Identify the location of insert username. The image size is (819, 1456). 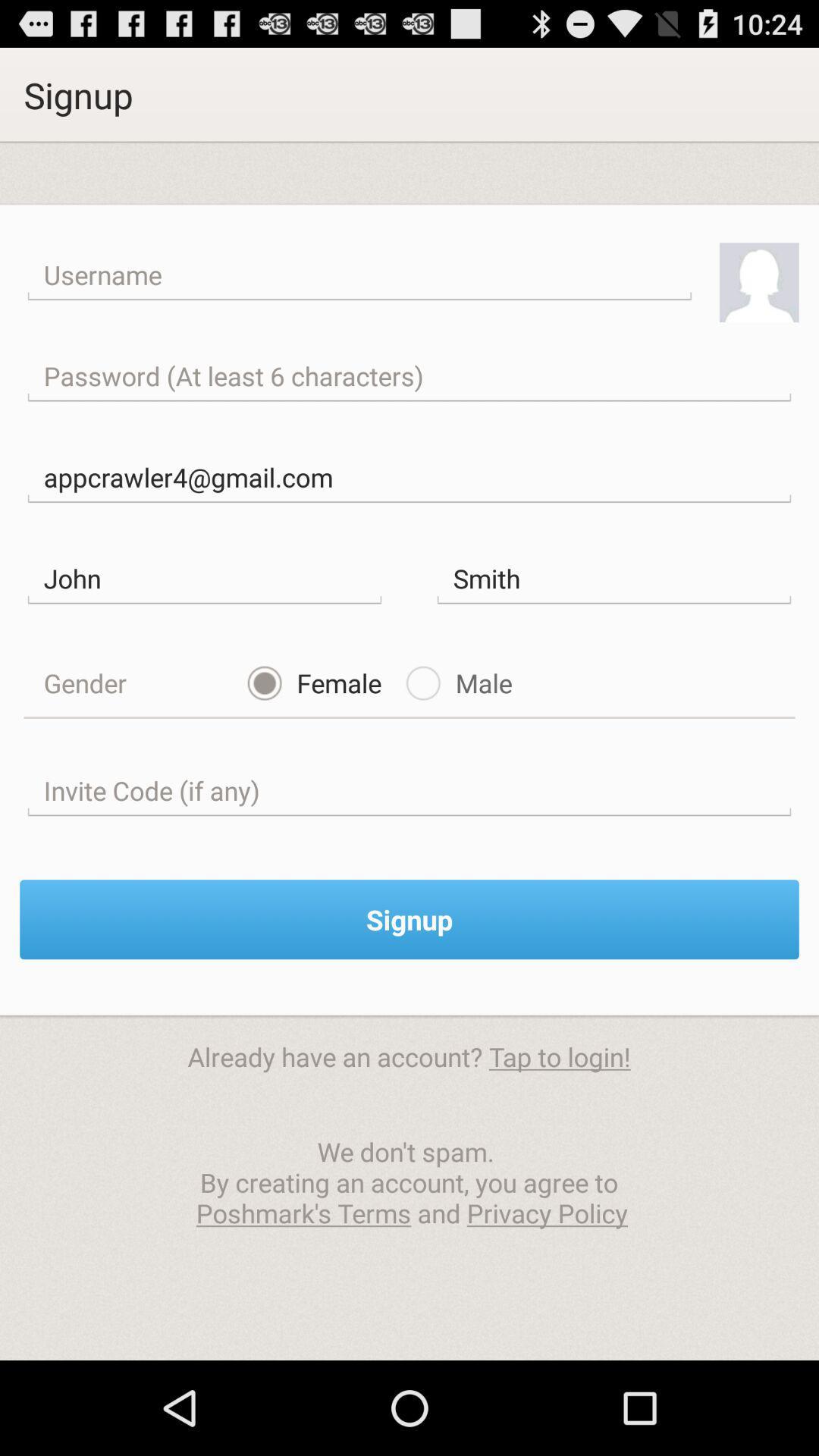
(359, 275).